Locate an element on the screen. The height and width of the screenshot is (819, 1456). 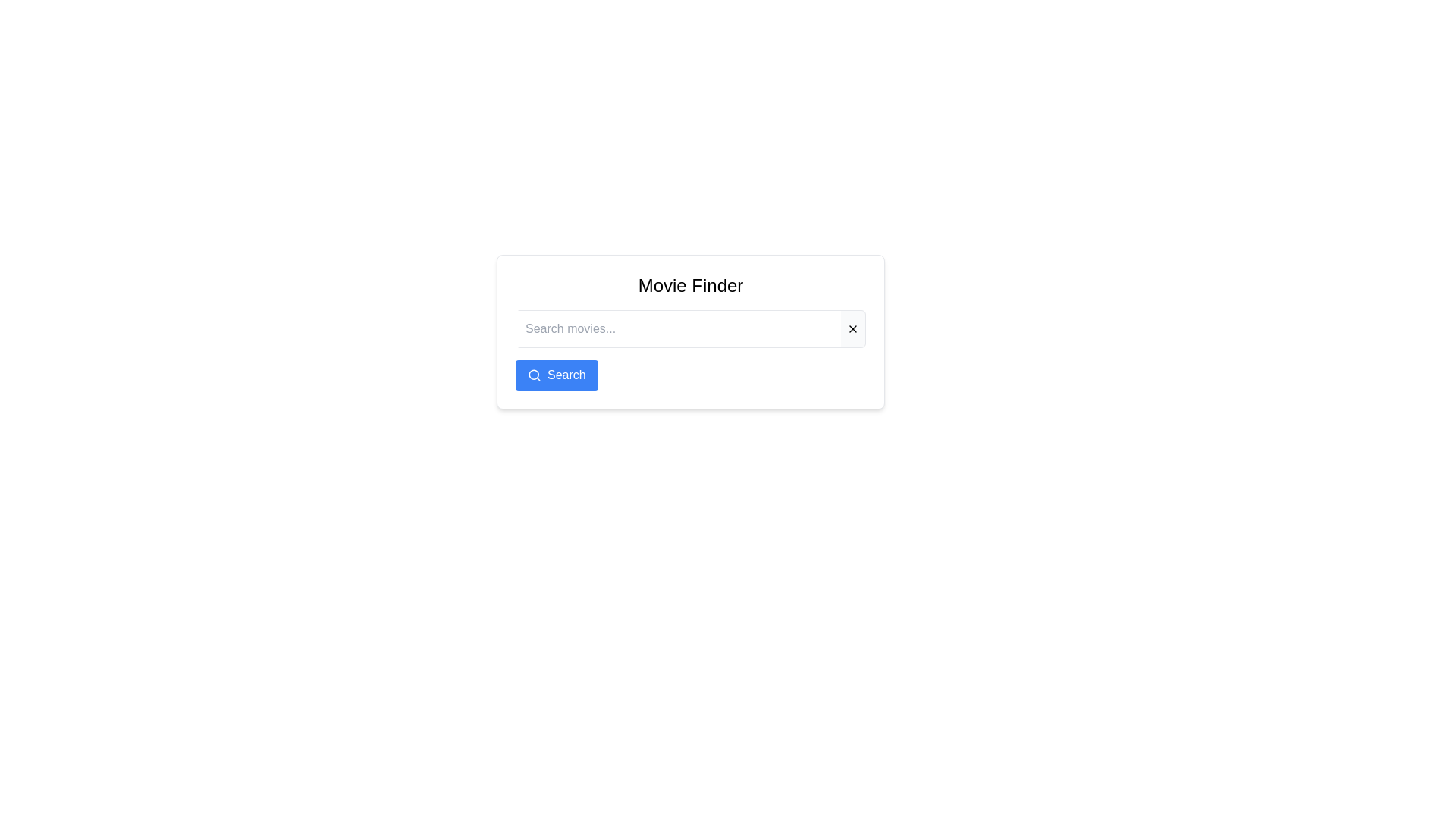
the blue button labeled 'Search' with a magnifying glass icon to observe hover effects is located at coordinates (556, 375).